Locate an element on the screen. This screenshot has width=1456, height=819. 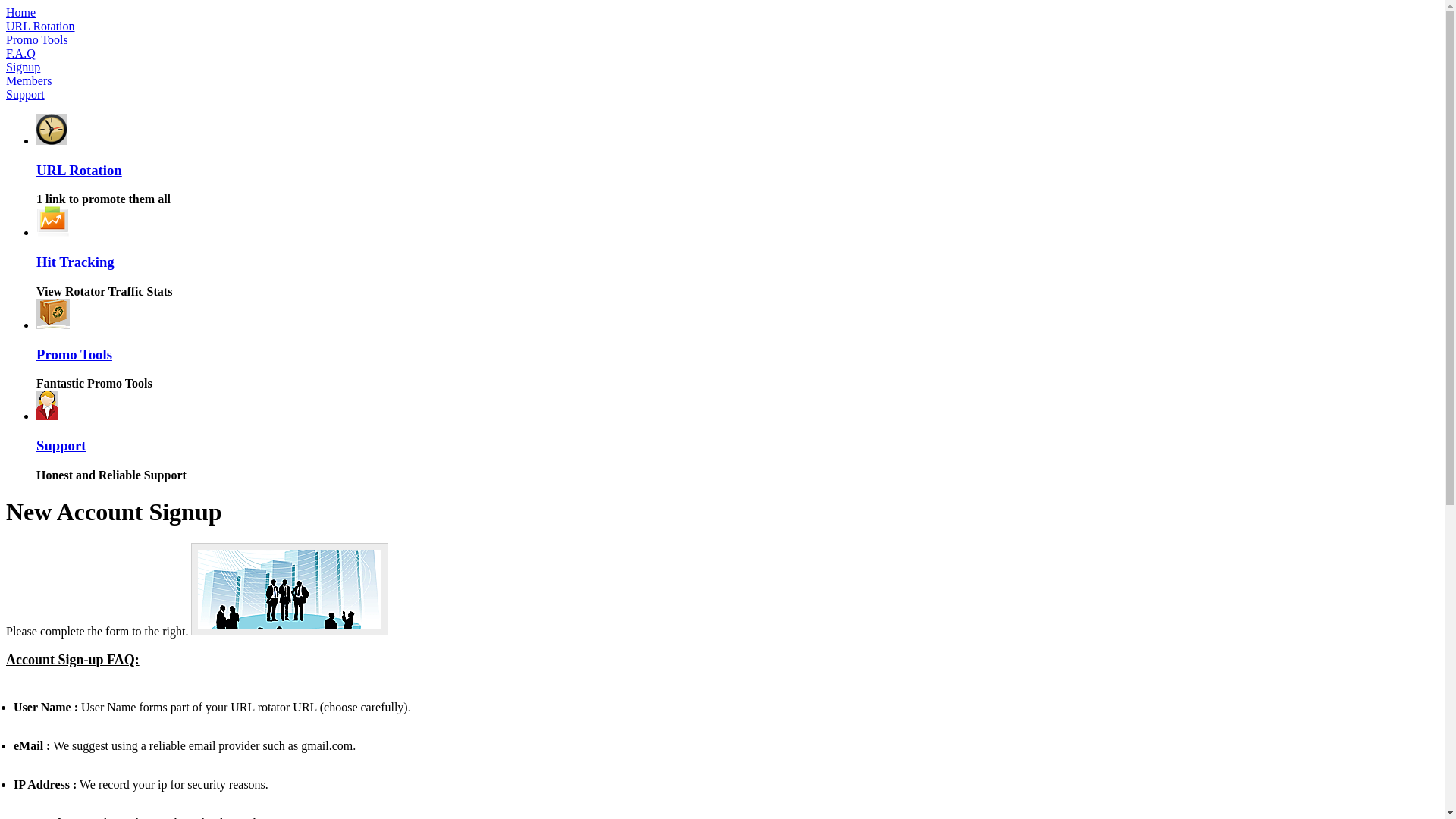
'Members' is located at coordinates (29, 80).